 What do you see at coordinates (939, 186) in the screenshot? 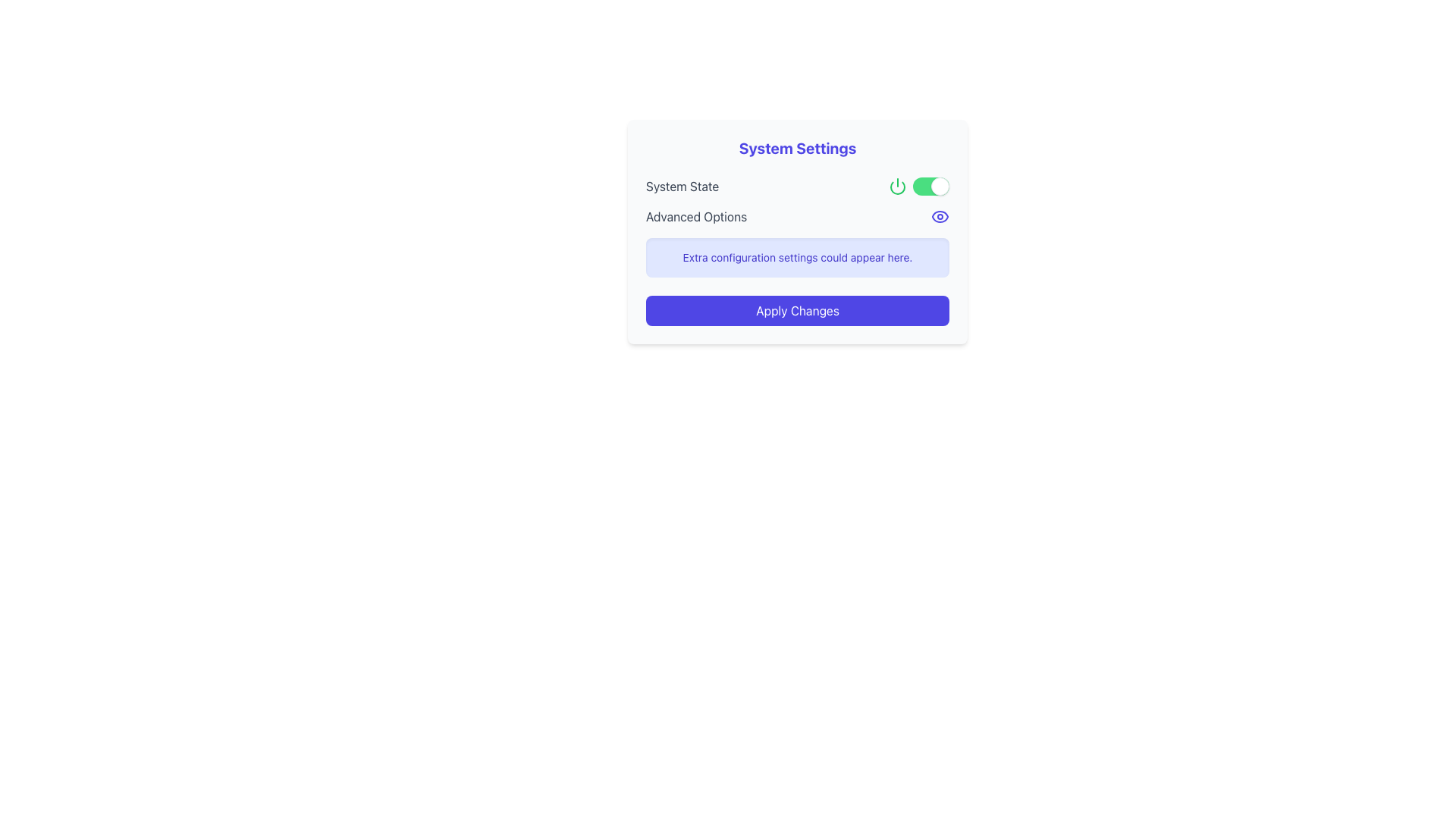
I see `the Toggle Handle indicating the 'on' position within the green toggle switch in the 'System State' section of the 'System Settings' panel` at bounding box center [939, 186].